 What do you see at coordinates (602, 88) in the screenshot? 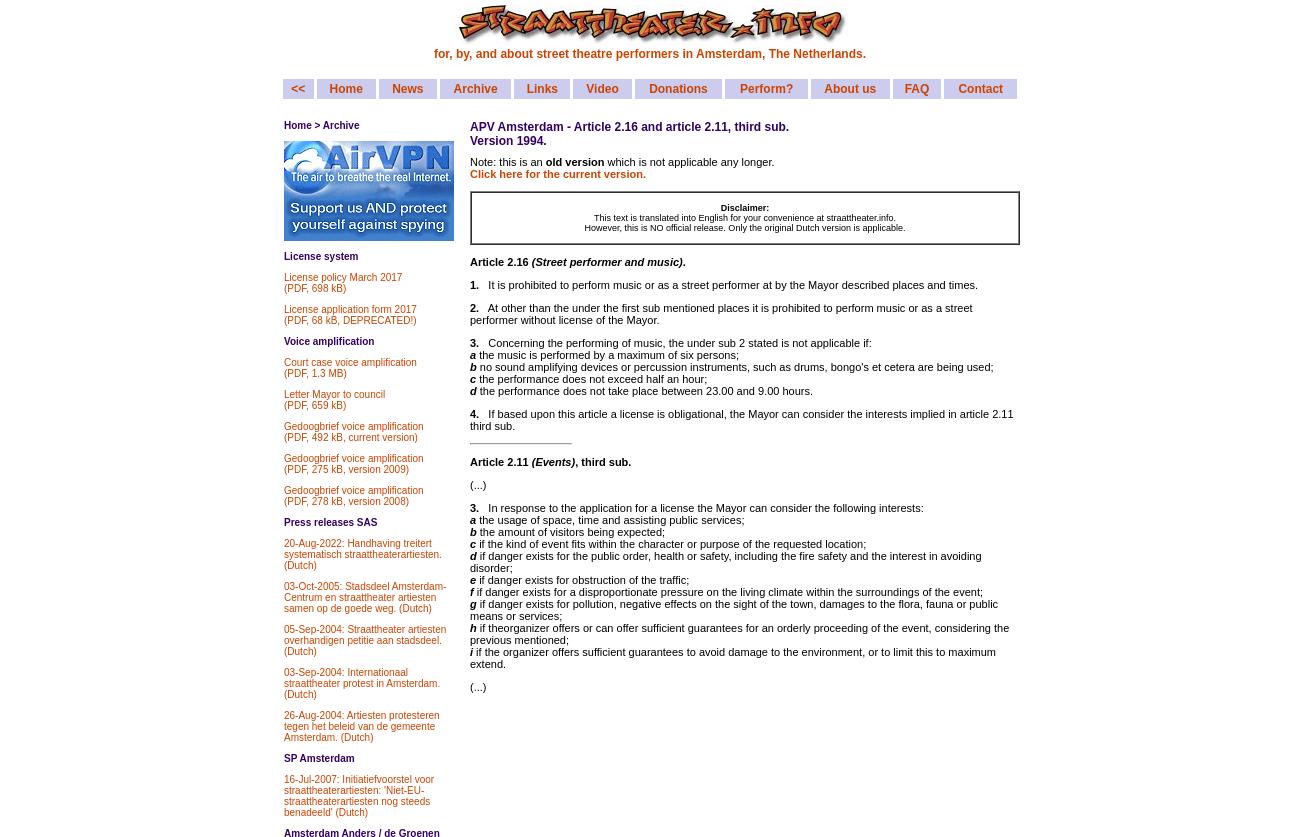
I see `'Video'` at bounding box center [602, 88].